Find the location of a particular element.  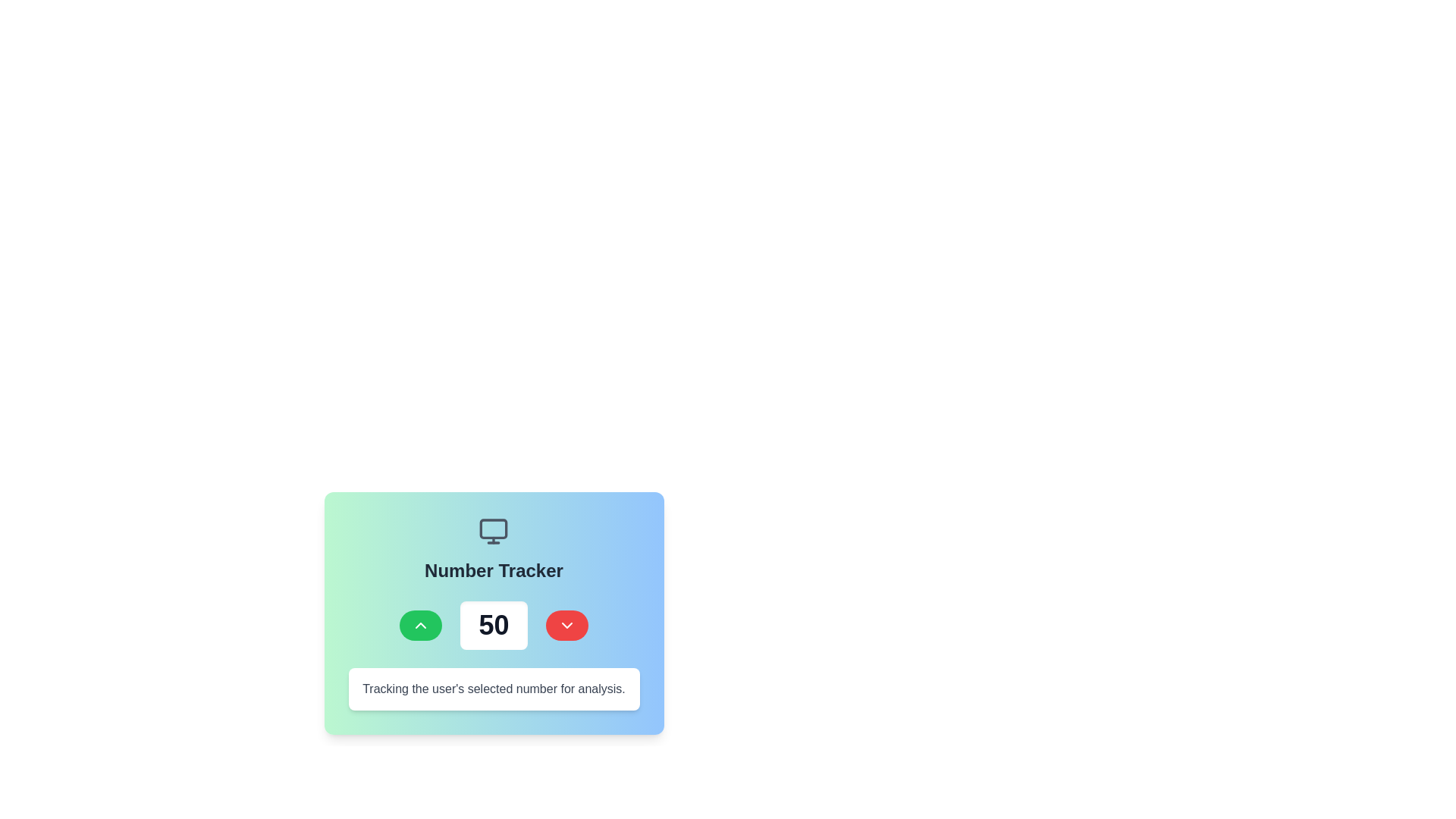

the informational text box located at the bottom of the card-like component, which presents descriptive information related to the user's selected number for analysis is located at coordinates (494, 689).